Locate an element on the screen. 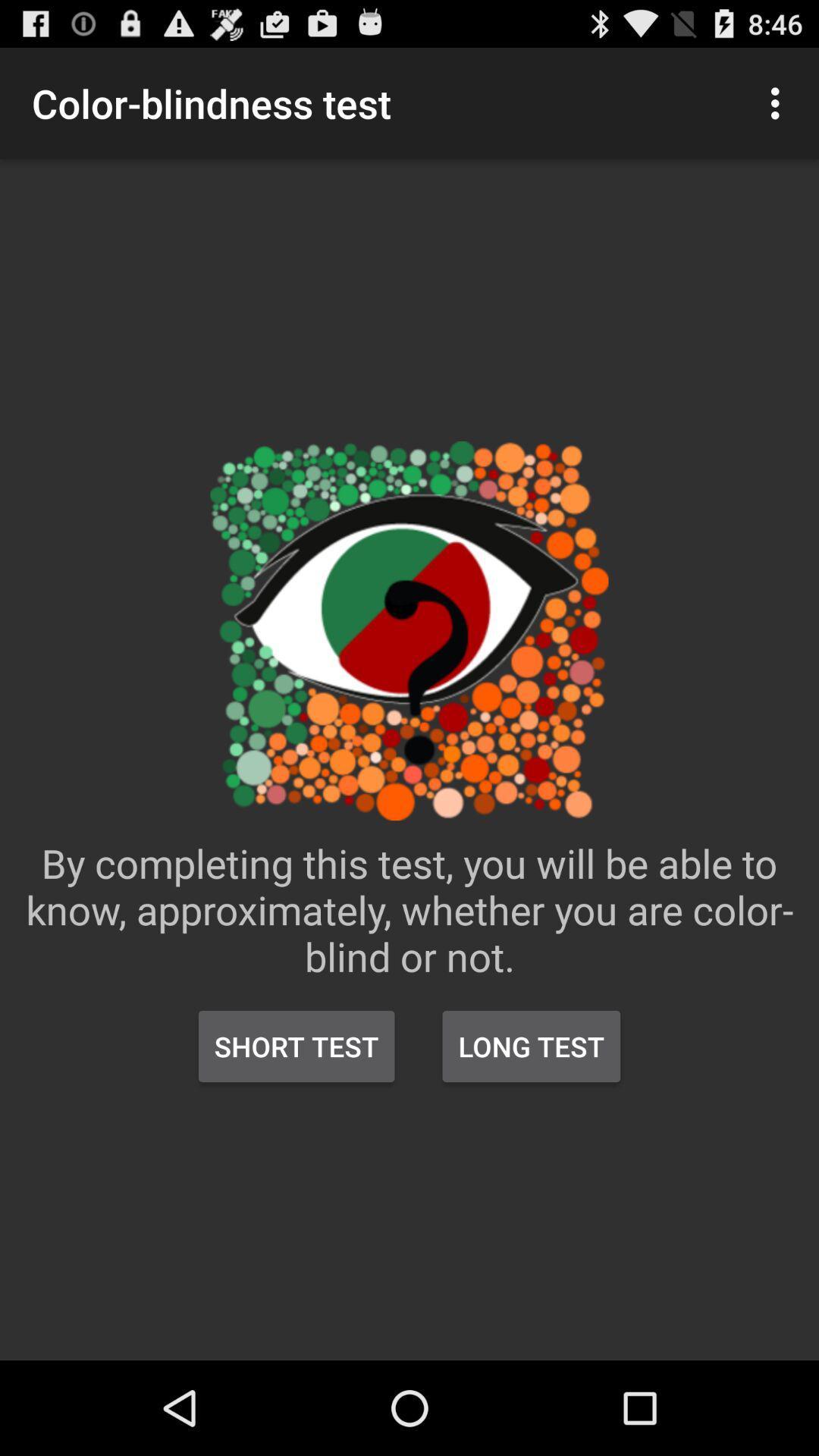 Image resolution: width=819 pixels, height=1456 pixels. button to the left of the long test is located at coordinates (297, 1046).